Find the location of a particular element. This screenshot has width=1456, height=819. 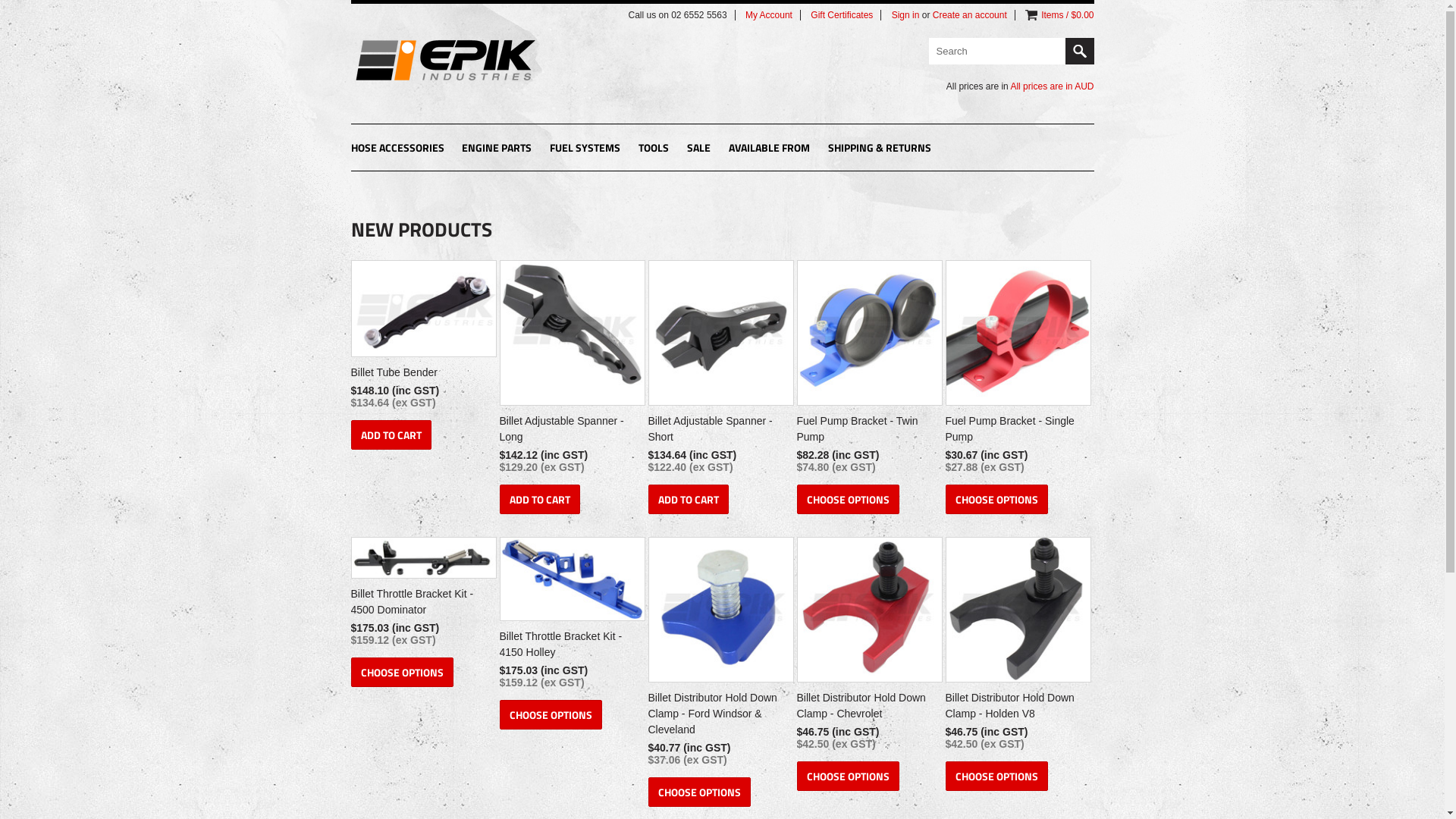

'ADD TO CART' is located at coordinates (390, 435).